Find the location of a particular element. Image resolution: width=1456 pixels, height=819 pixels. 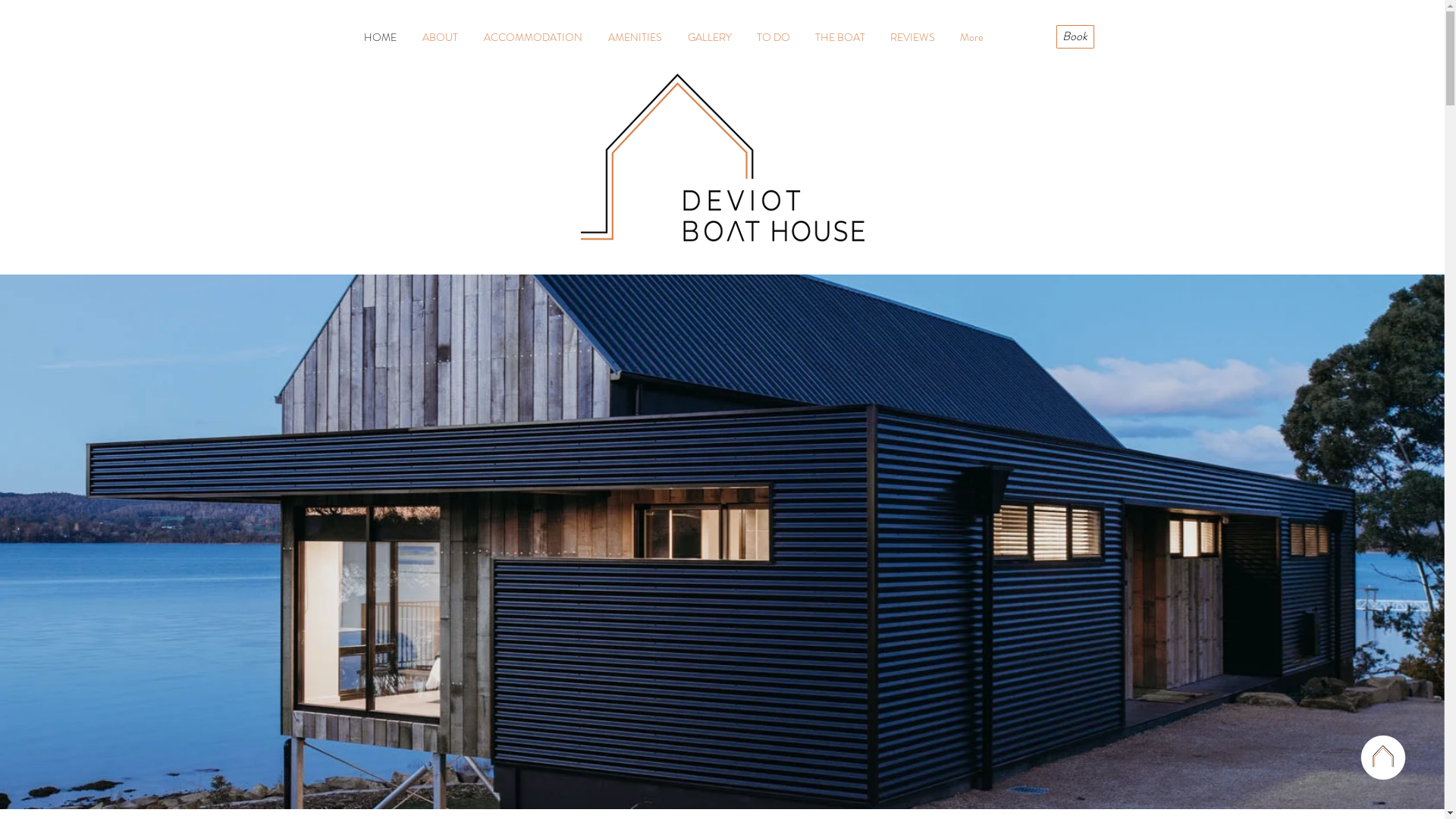

'Book' is located at coordinates (1073, 36).